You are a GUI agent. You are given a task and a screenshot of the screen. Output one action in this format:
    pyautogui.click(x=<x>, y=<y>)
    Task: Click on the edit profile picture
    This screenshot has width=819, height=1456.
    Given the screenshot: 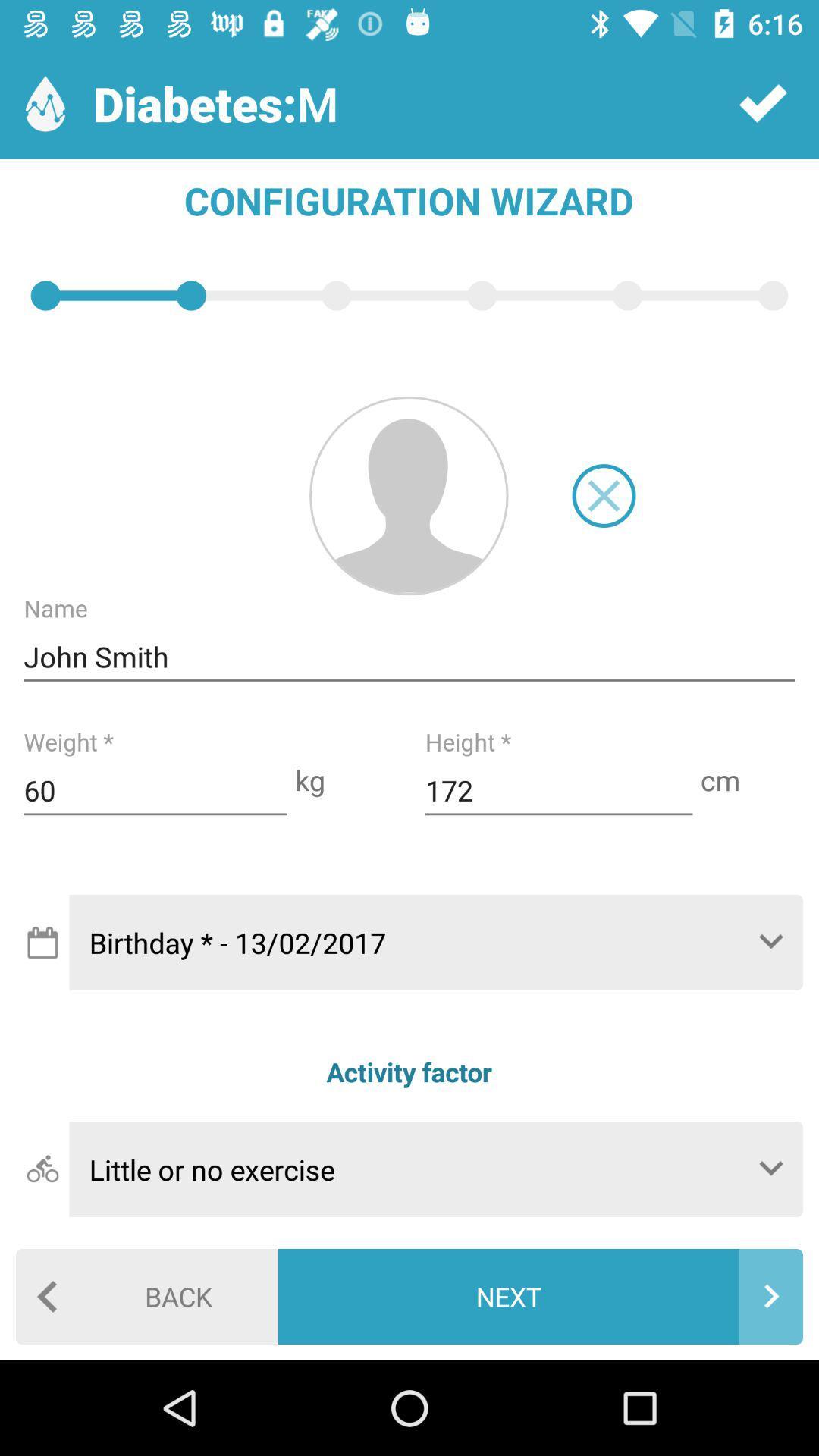 What is the action you would take?
    pyautogui.click(x=408, y=495)
    